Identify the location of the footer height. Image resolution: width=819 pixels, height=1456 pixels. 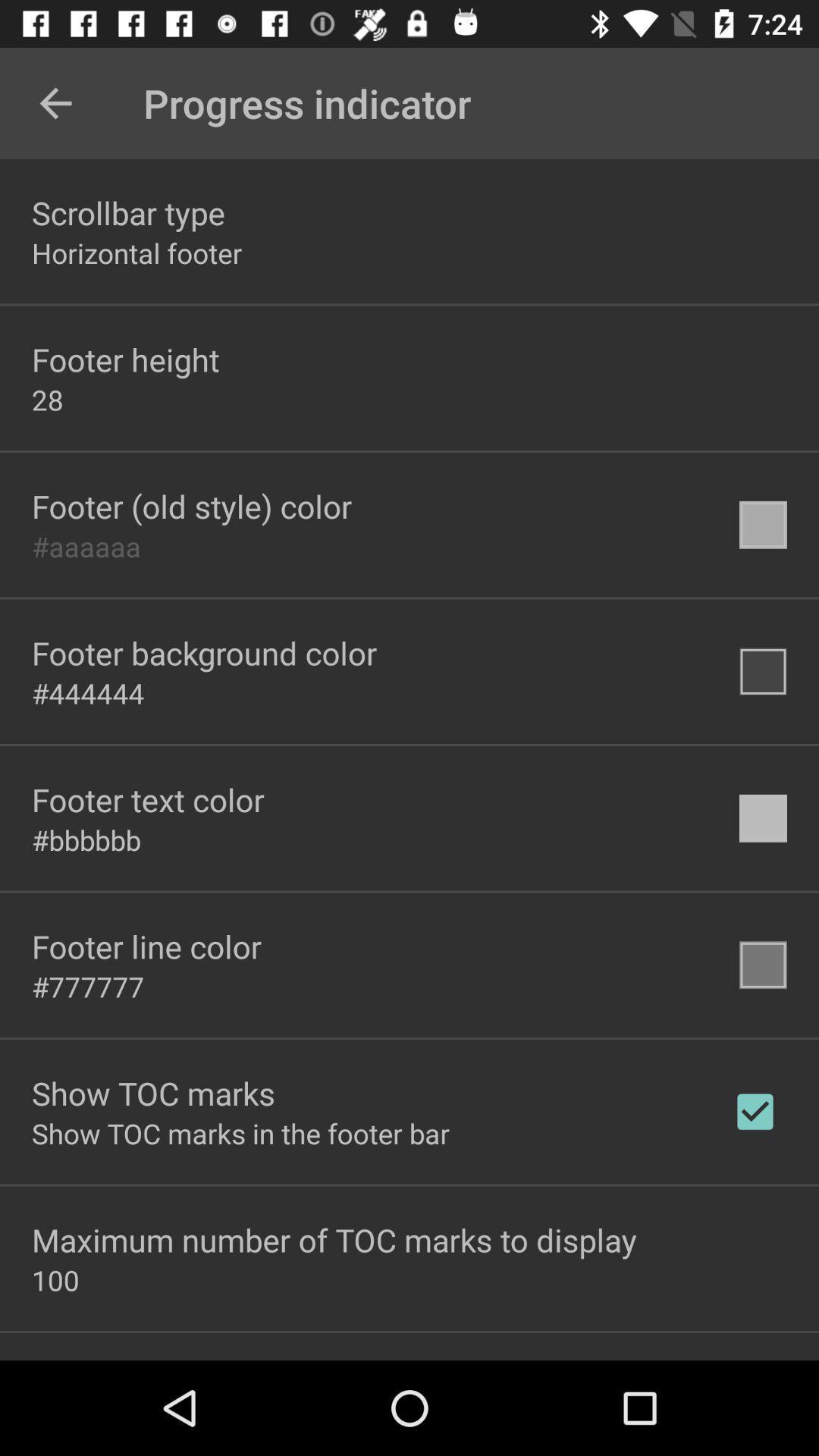
(124, 359).